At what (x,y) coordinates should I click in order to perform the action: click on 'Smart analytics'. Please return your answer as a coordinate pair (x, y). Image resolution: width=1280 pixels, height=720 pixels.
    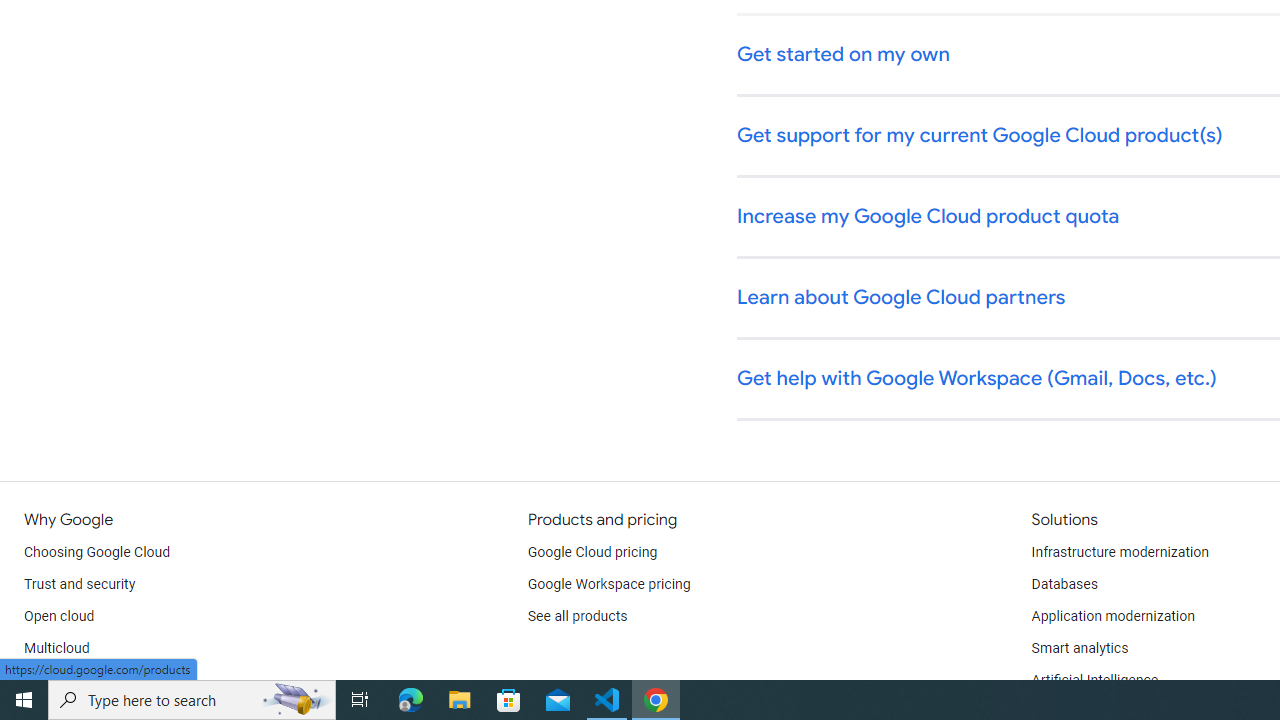
    Looking at the image, I should click on (1078, 649).